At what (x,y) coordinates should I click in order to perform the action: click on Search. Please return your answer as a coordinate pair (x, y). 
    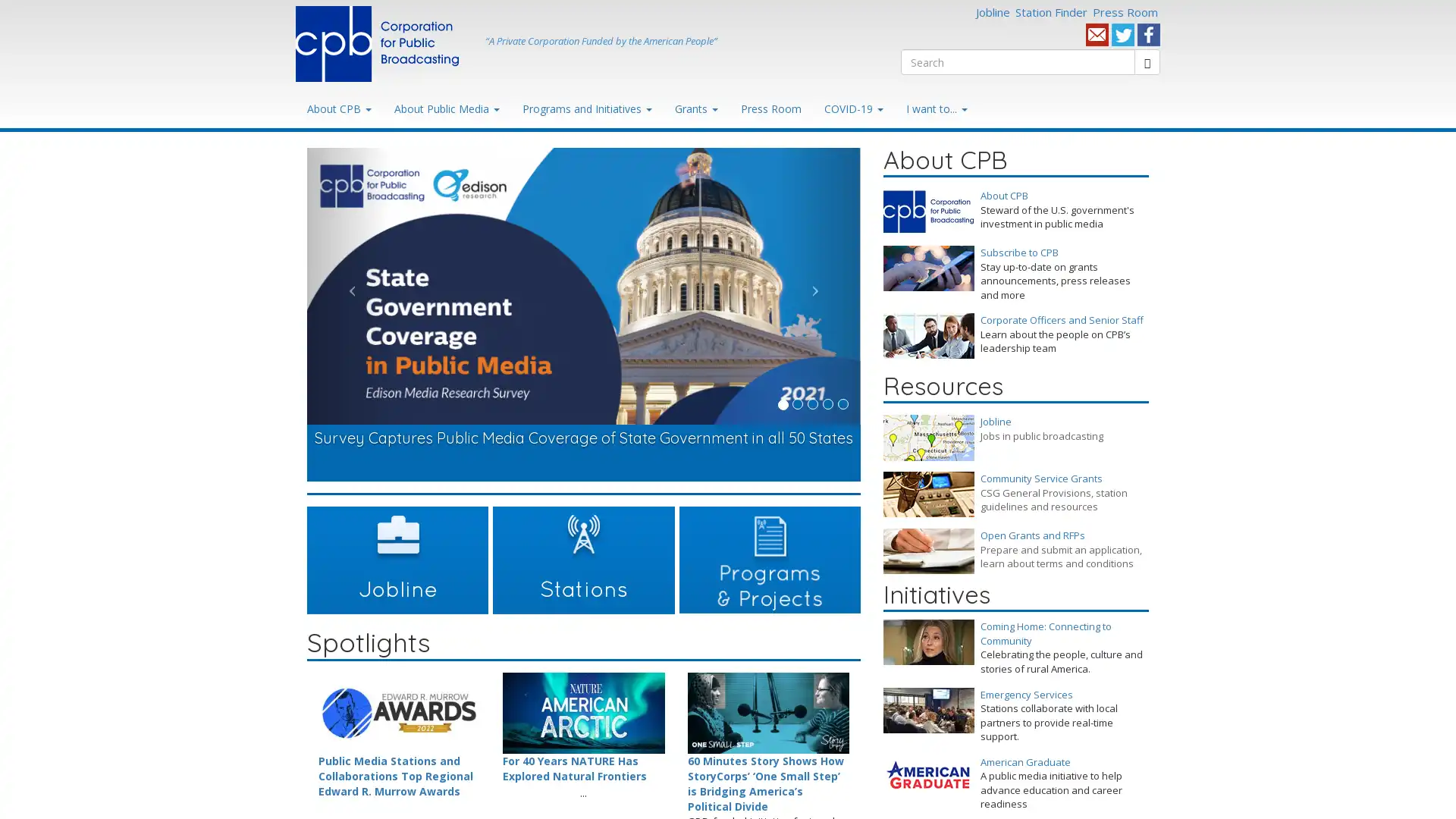
    Looking at the image, I should click on (927, 80).